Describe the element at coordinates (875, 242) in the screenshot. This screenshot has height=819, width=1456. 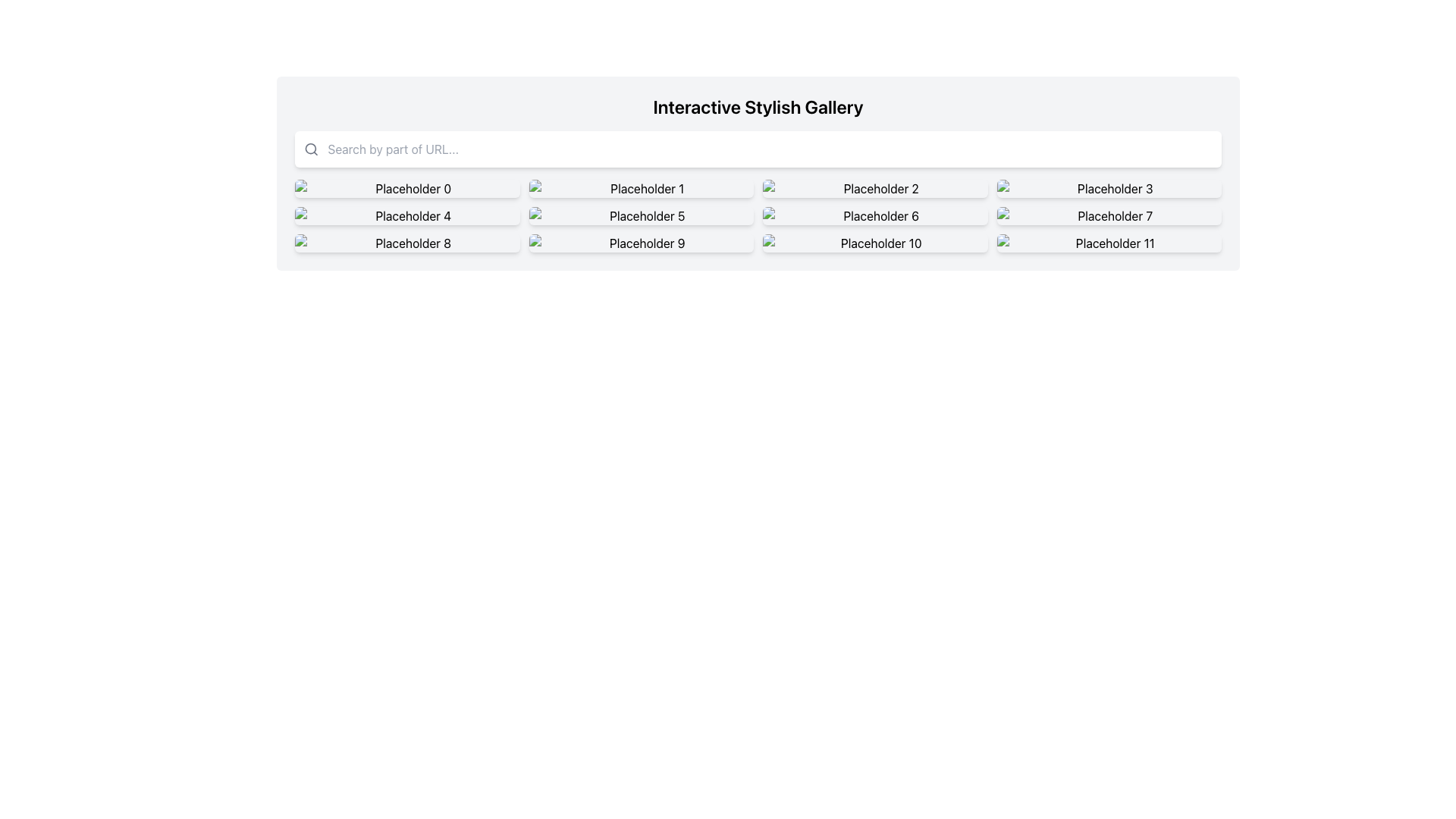
I see `the Gallery Item labeled 'Placeholder 10', which is a graphical placeholder with a rounded border and shadow, located in the bottom row of a three-row grid, specifically the third cell` at that location.